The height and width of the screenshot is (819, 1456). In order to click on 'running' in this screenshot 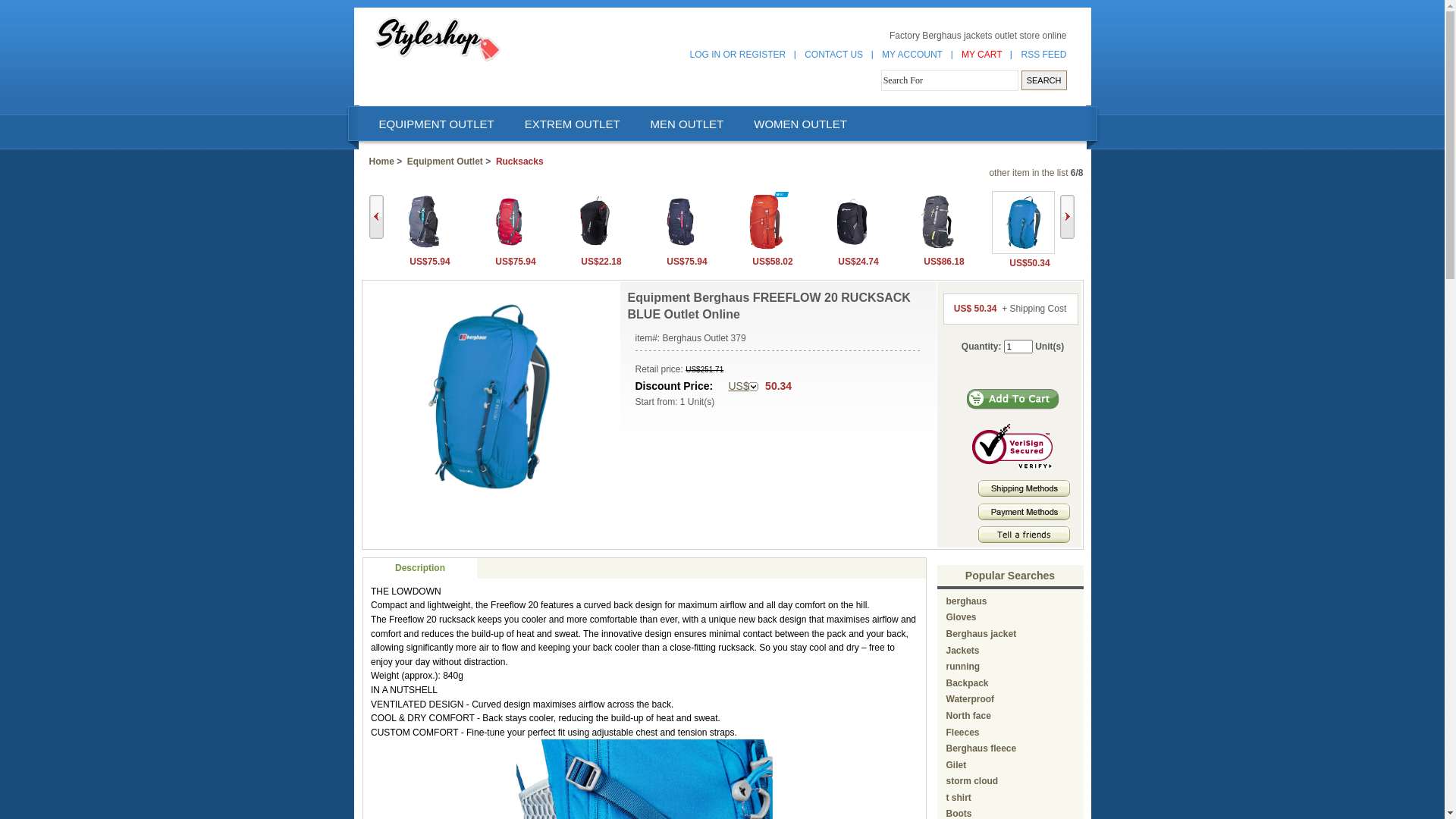, I will do `click(962, 666)`.